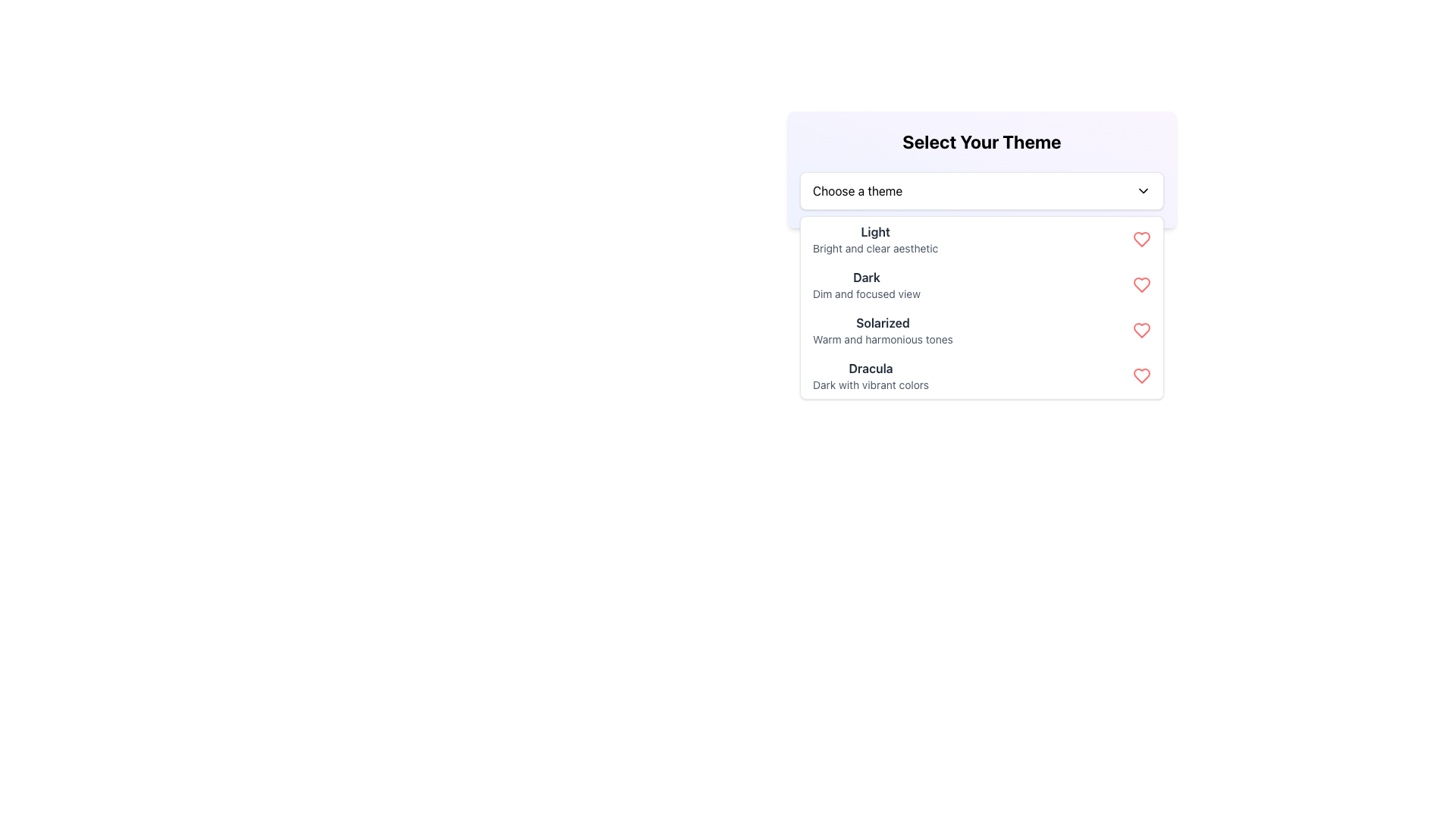 The height and width of the screenshot is (819, 1456). What do you see at coordinates (1142, 239) in the screenshot?
I see `the red outlined heart icon located on the far-right side of the list item labeled 'Light' in the theme selection dropdown to interact with it` at bounding box center [1142, 239].